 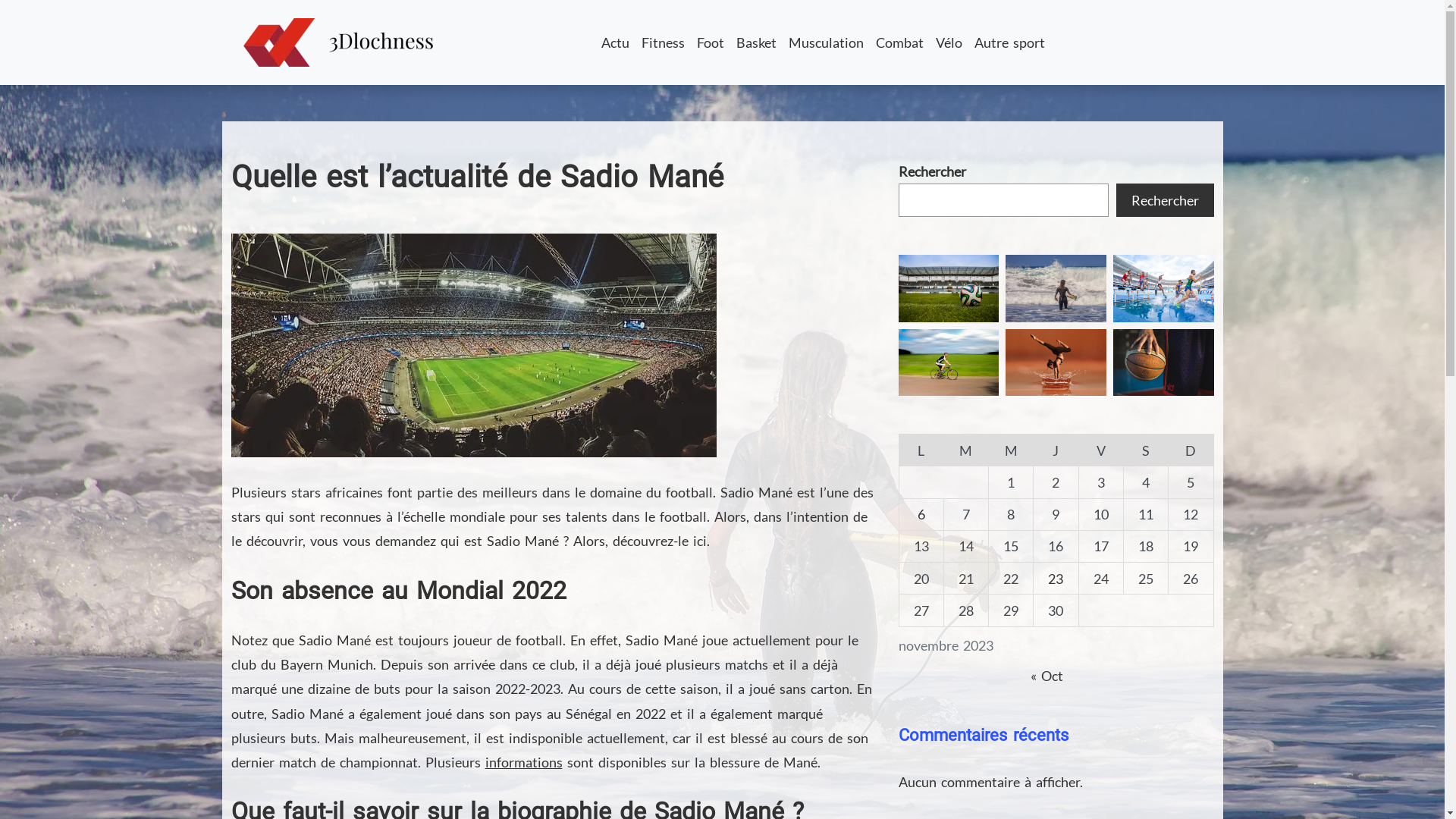 What do you see at coordinates (825, 42) in the screenshot?
I see `'Musculation'` at bounding box center [825, 42].